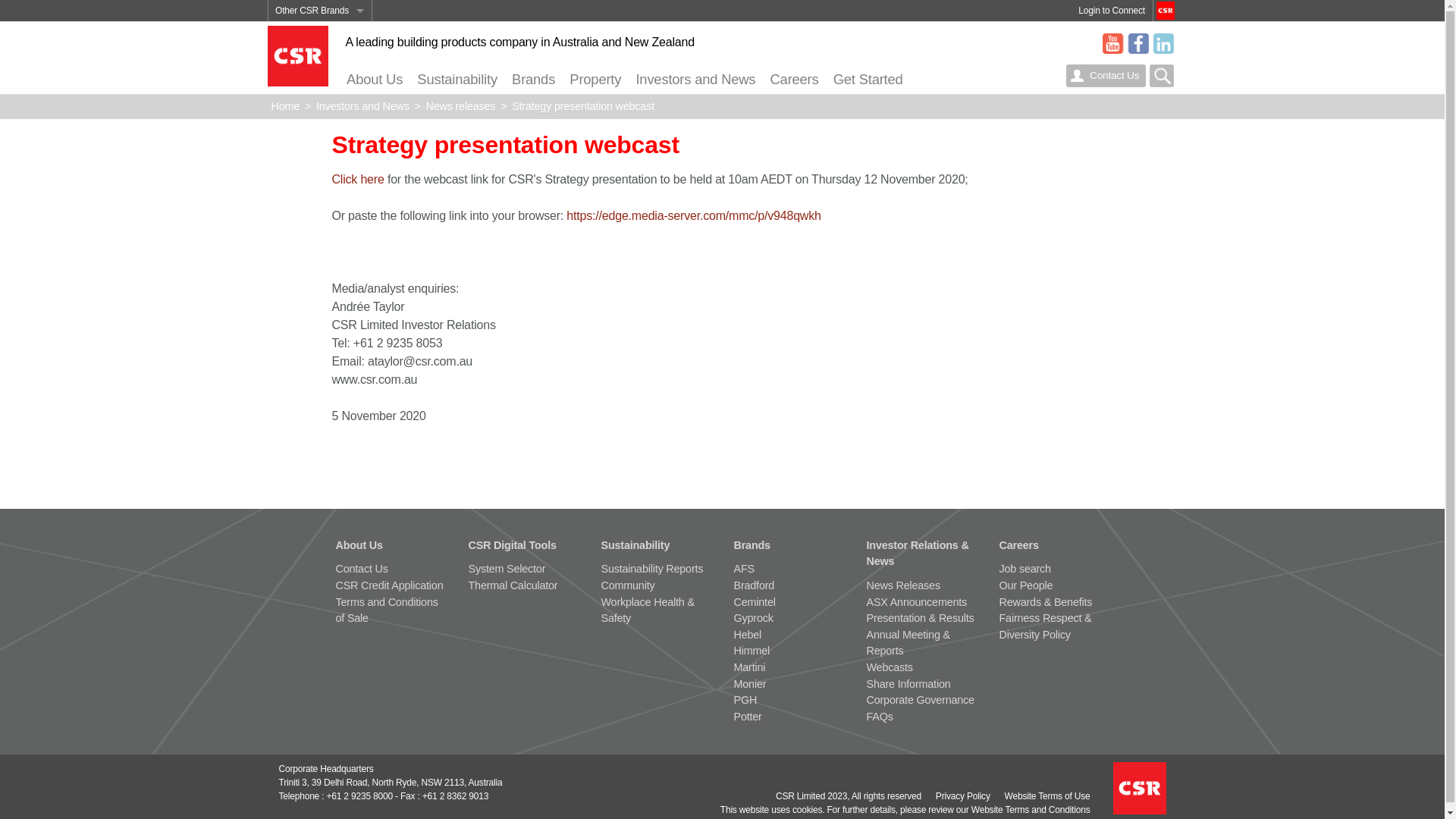  Describe the element at coordinates (460, 105) in the screenshot. I see `'News releases'` at that location.